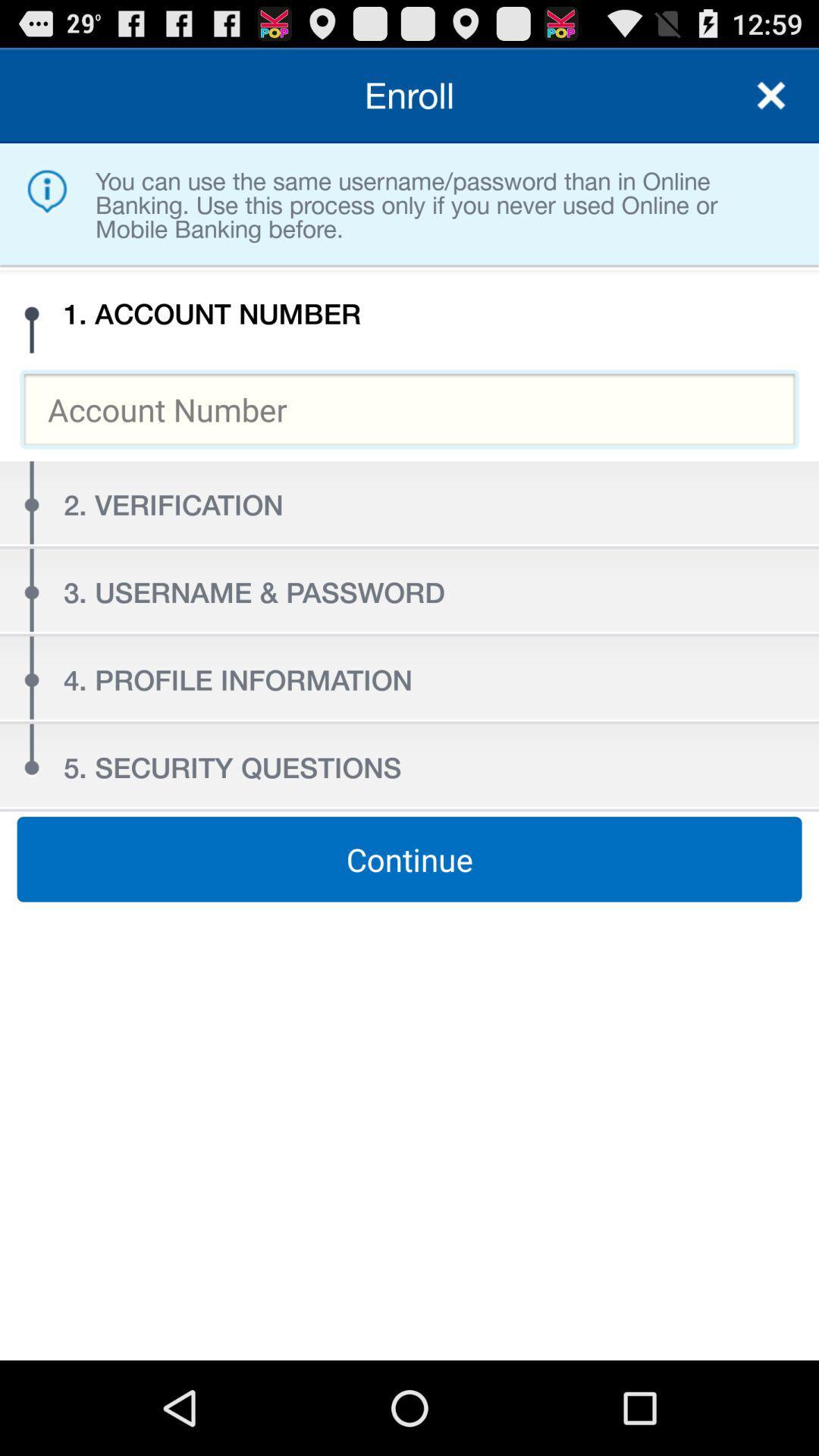  What do you see at coordinates (771, 94) in the screenshot?
I see `item above you can use` at bounding box center [771, 94].